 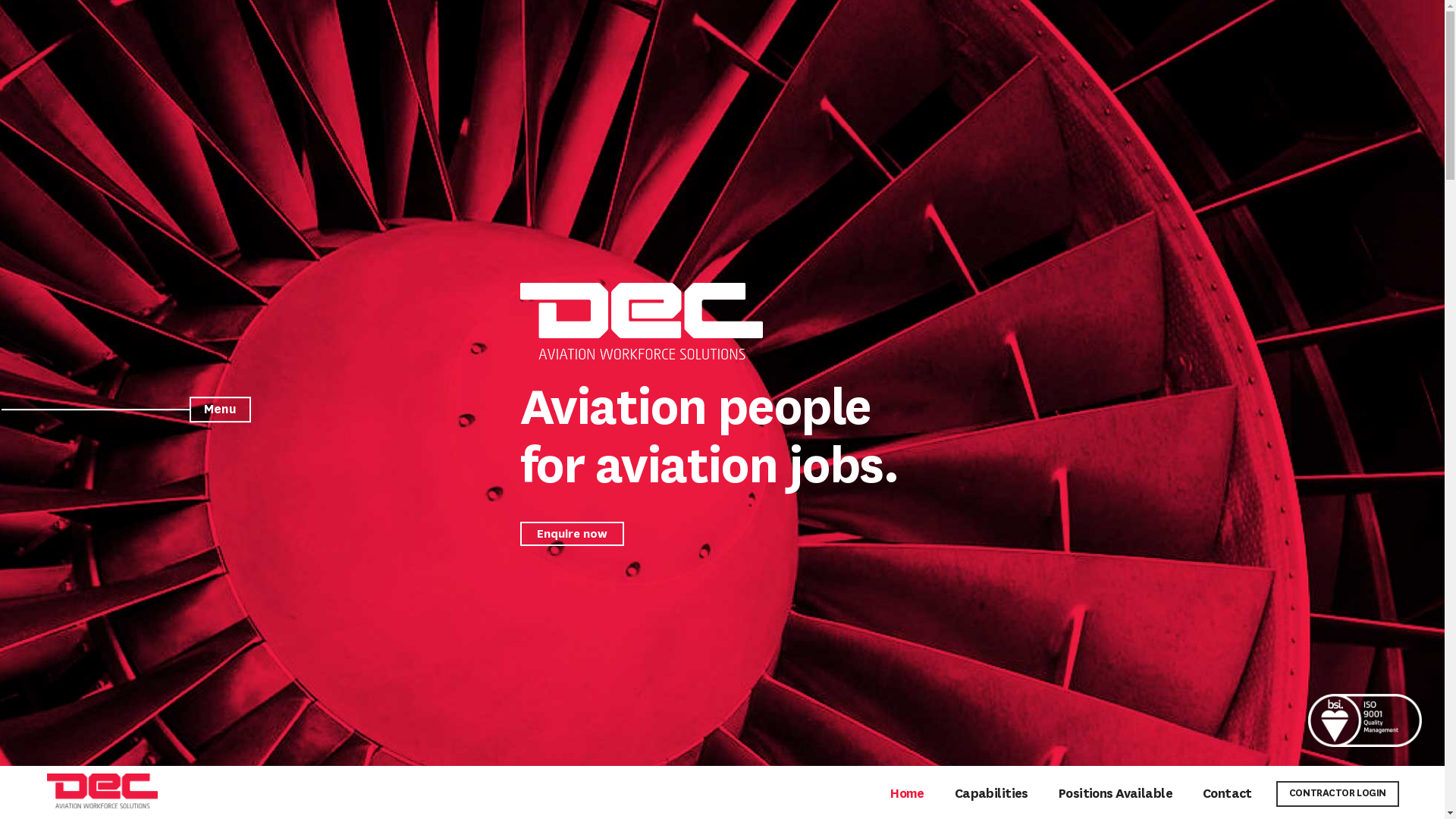 What do you see at coordinates (1337, 792) in the screenshot?
I see `'CONTRACTOR LOGIN'` at bounding box center [1337, 792].